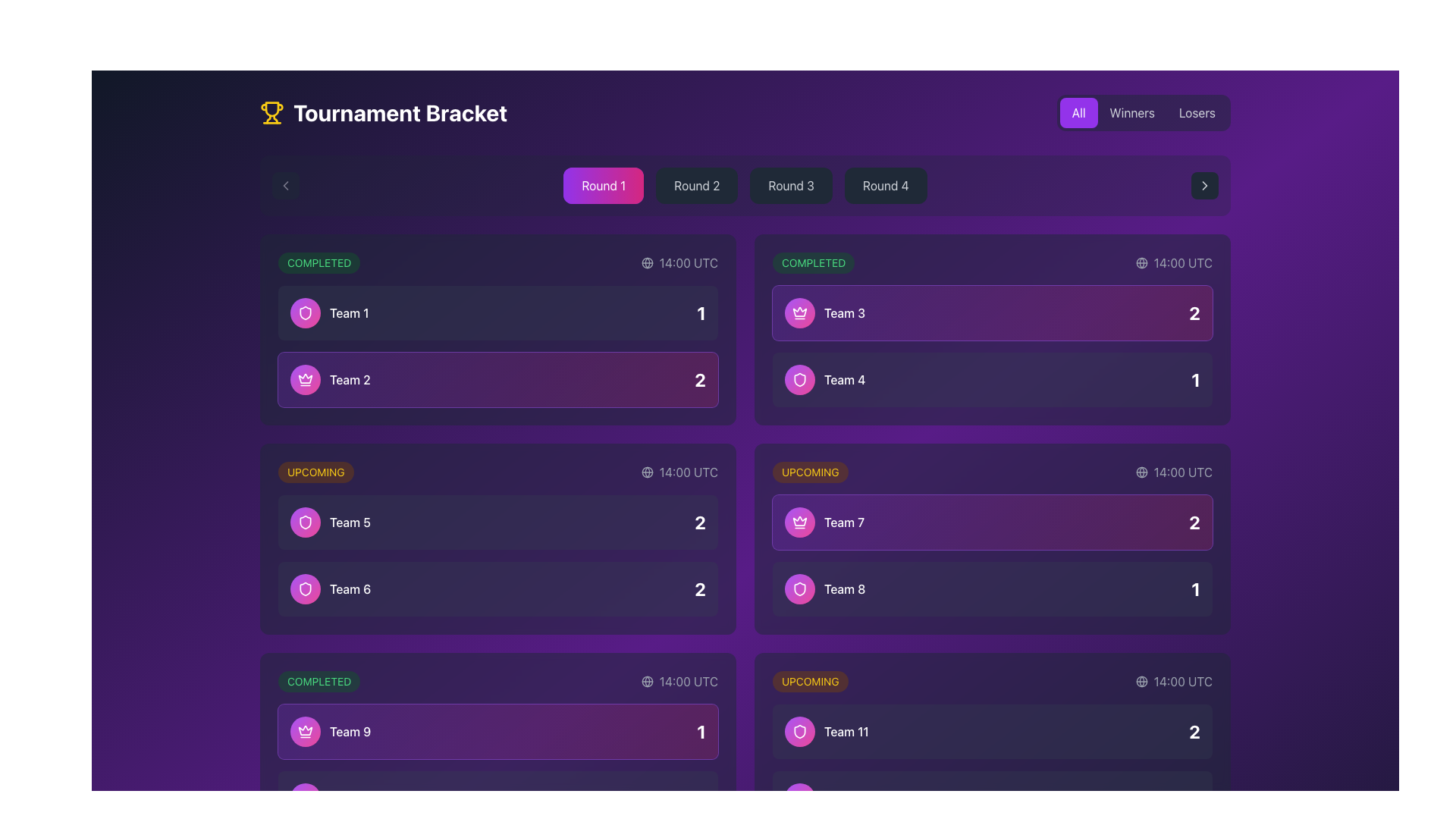 The height and width of the screenshot is (819, 1456). What do you see at coordinates (824, 312) in the screenshot?
I see `the 'Team 3' text label located within the 'COMPLETED' section` at bounding box center [824, 312].